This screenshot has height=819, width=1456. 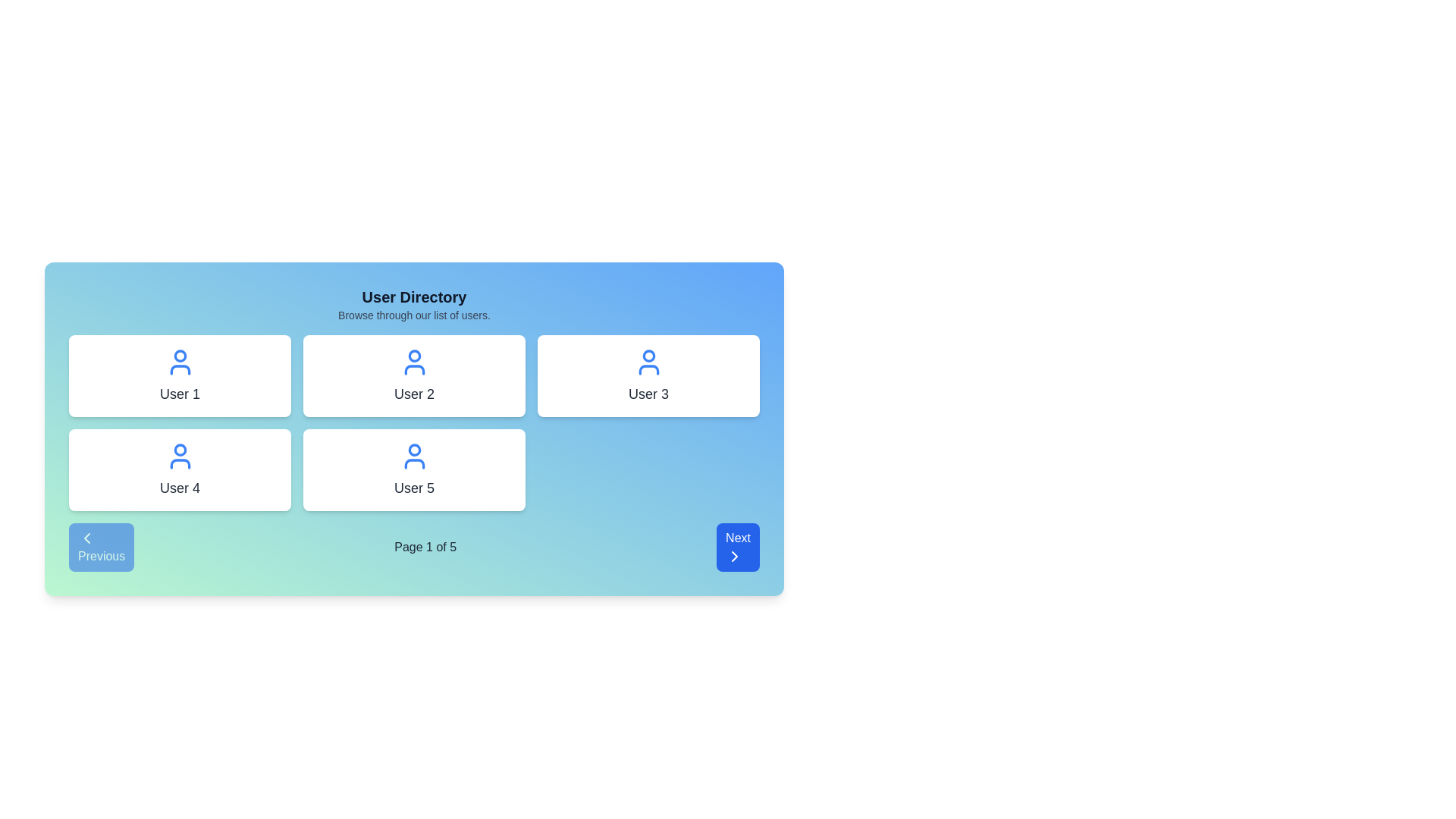 I want to click on the Text Label that displays the user's name or identifier, located in the second row, third column of the user cards layout, directly below the user icon, so click(x=414, y=488).